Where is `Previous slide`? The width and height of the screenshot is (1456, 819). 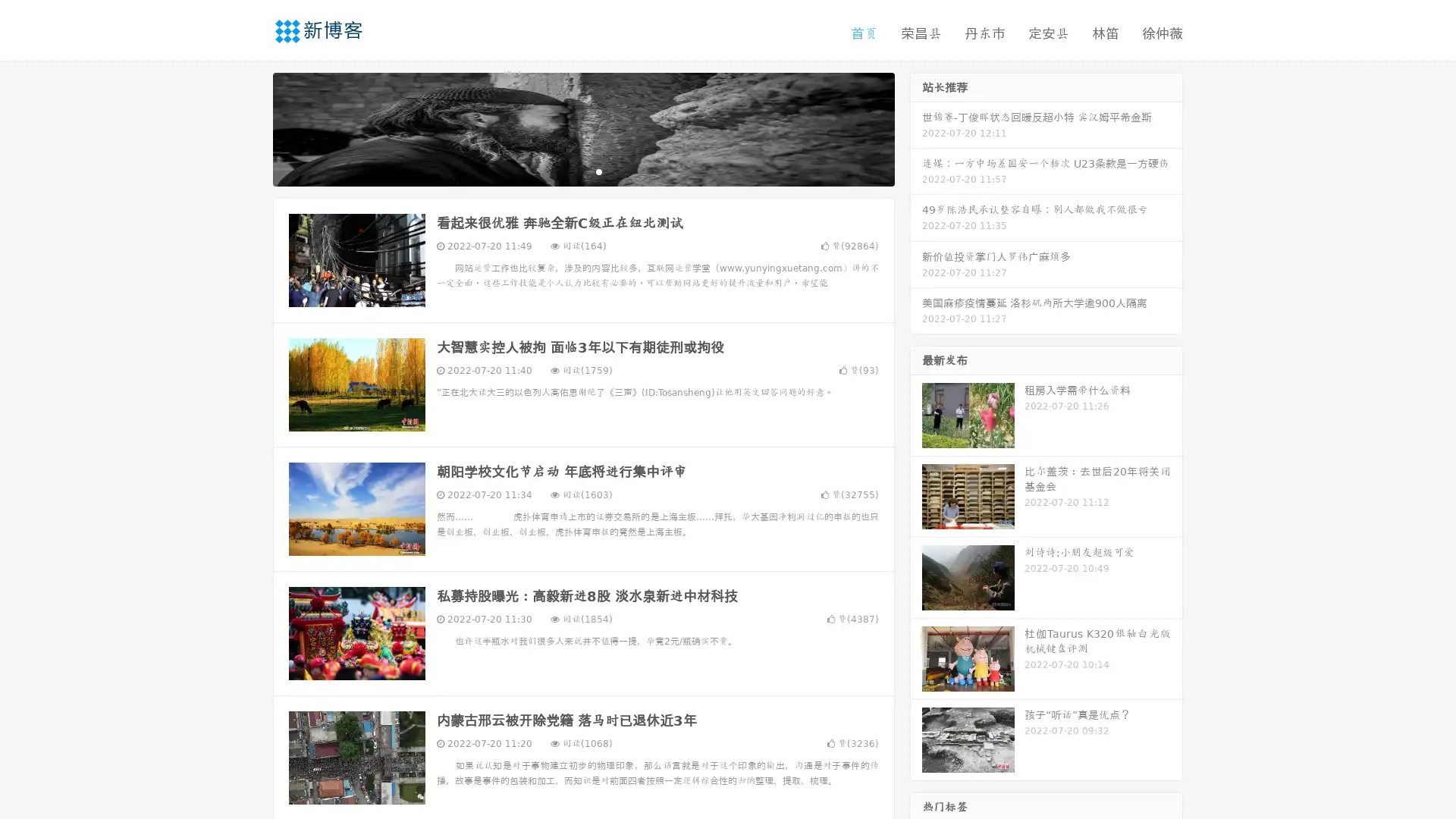 Previous slide is located at coordinates (250, 127).